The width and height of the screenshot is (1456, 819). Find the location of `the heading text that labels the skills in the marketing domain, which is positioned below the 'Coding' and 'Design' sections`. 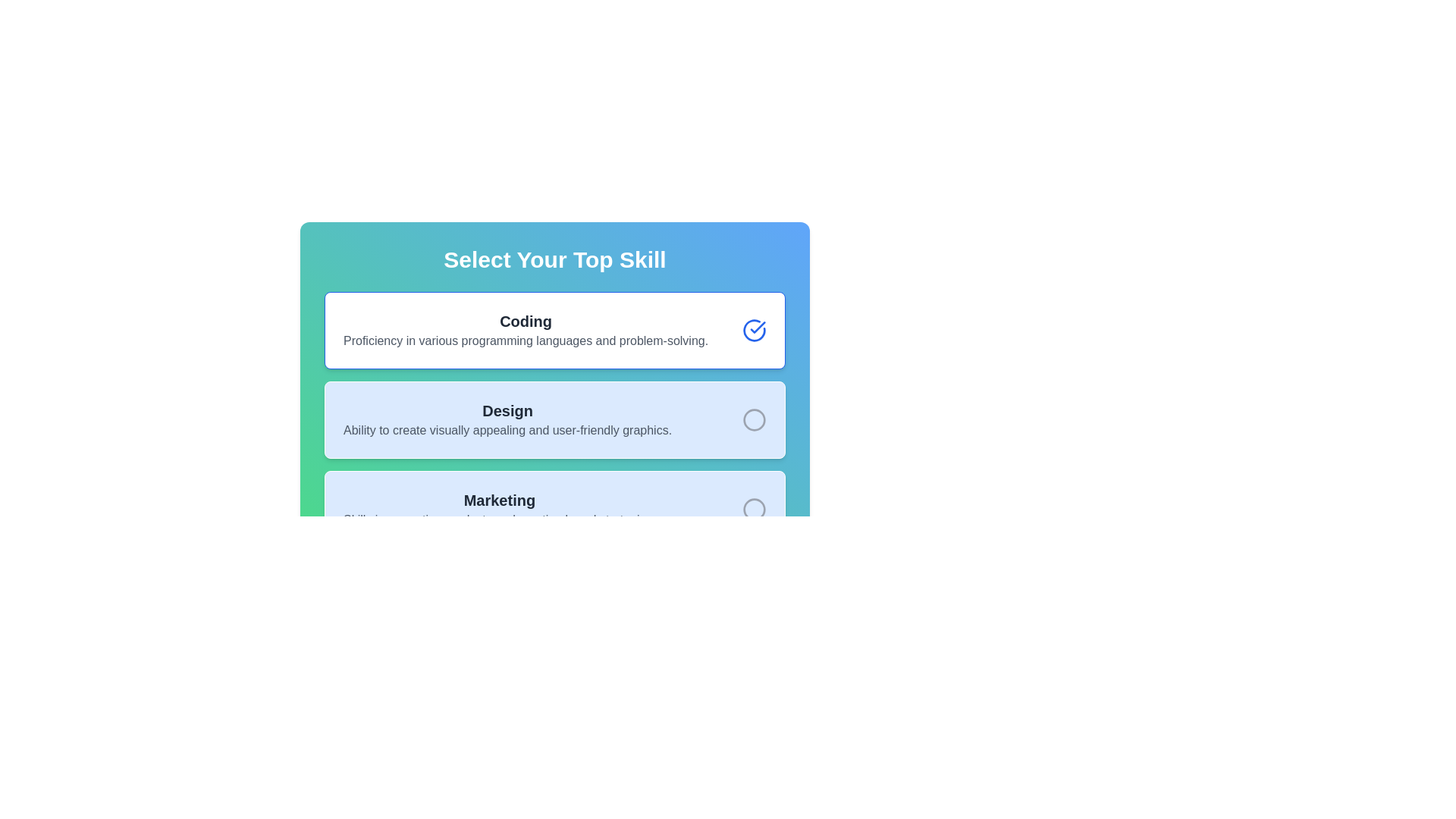

the heading text that labels the skills in the marketing domain, which is positioned below the 'Coding' and 'Design' sections is located at coordinates (499, 500).